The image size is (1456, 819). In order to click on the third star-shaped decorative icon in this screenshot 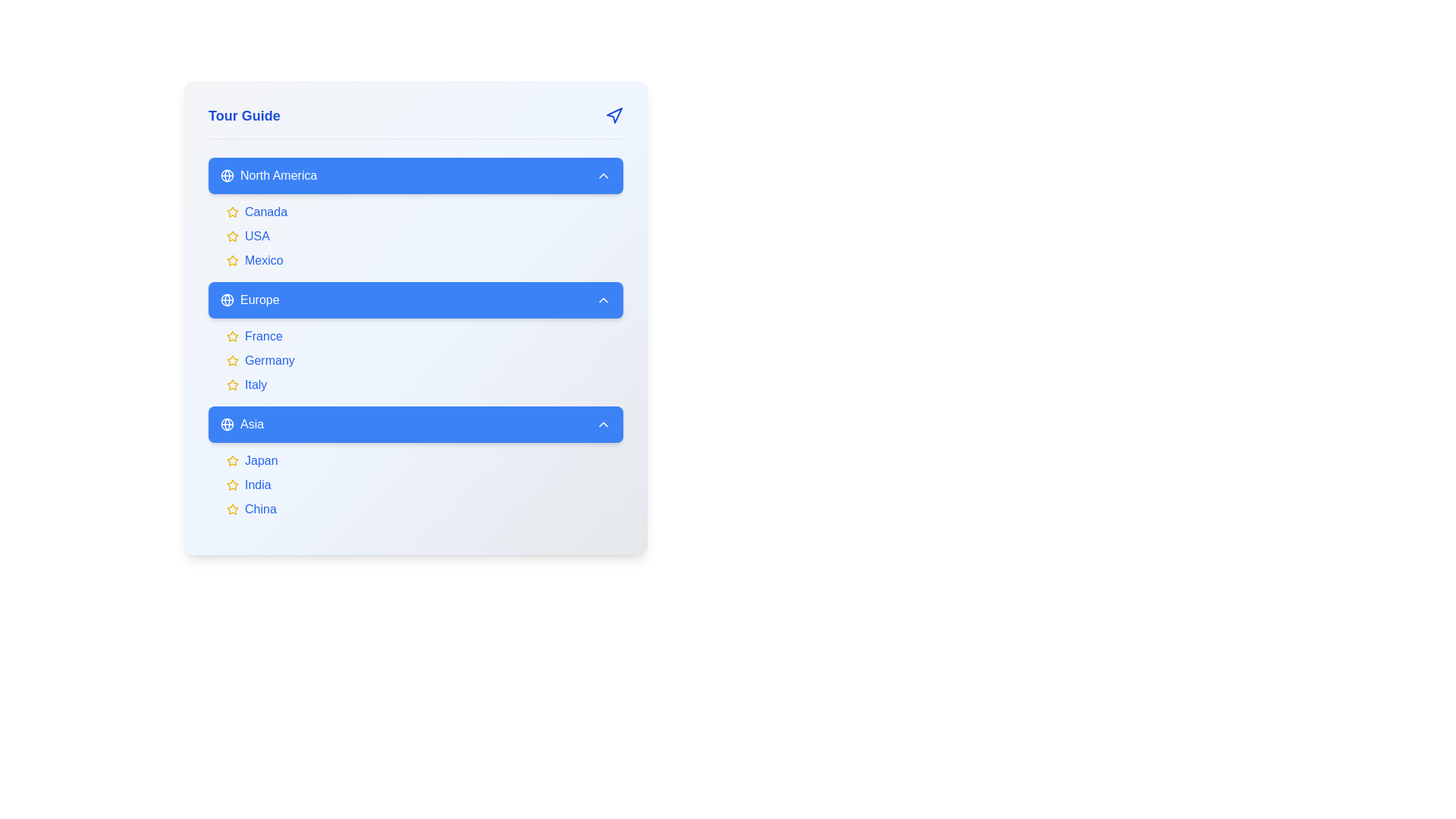, I will do `click(232, 259)`.